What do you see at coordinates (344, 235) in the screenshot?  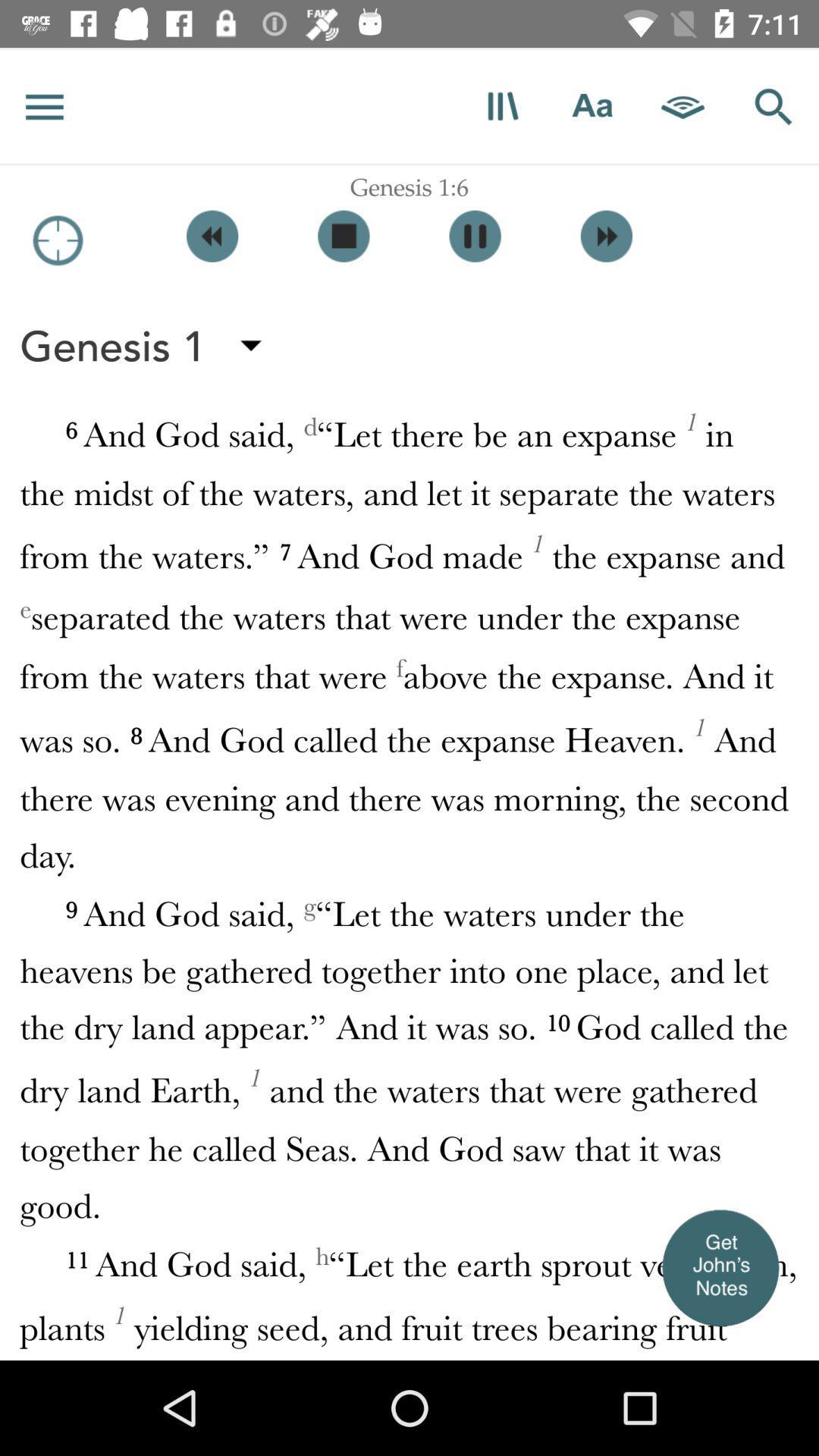 I see `audio off` at bounding box center [344, 235].